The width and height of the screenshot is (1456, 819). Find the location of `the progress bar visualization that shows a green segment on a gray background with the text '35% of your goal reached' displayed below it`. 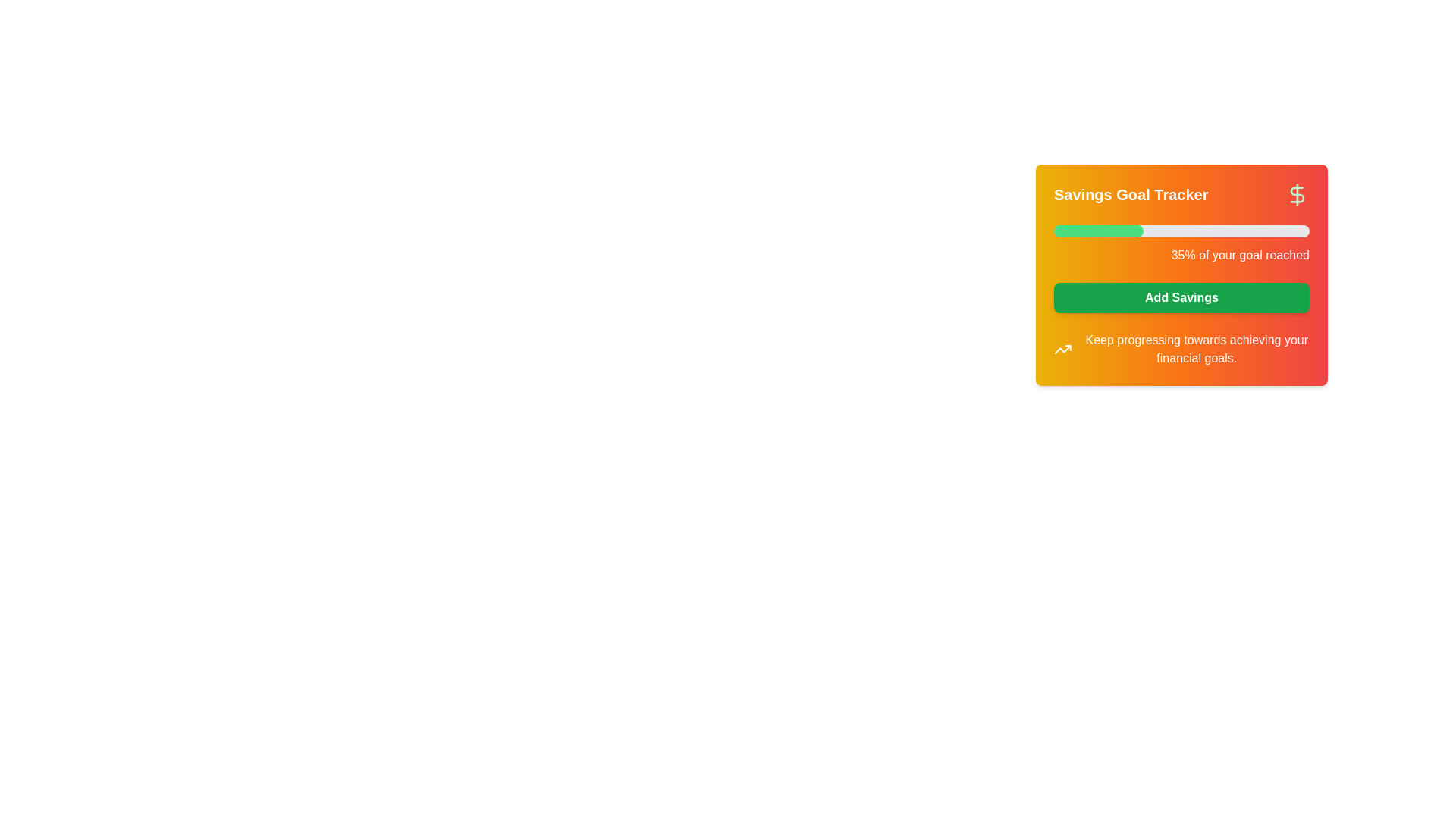

the progress bar visualization that shows a green segment on a gray background with the text '35% of your goal reached' displayed below it is located at coordinates (1181, 244).